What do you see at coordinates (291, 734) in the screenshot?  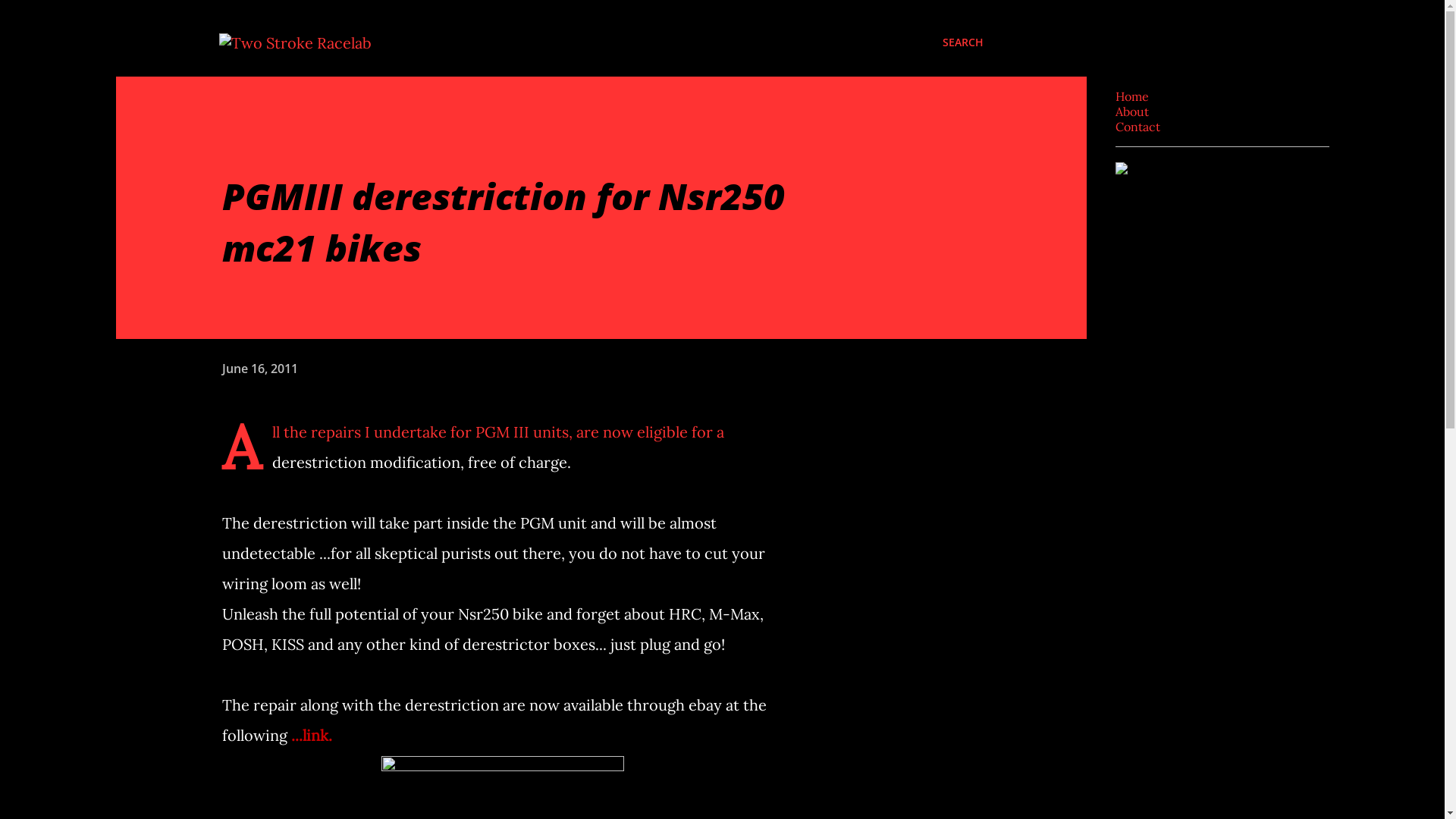 I see `'...link.'` at bounding box center [291, 734].